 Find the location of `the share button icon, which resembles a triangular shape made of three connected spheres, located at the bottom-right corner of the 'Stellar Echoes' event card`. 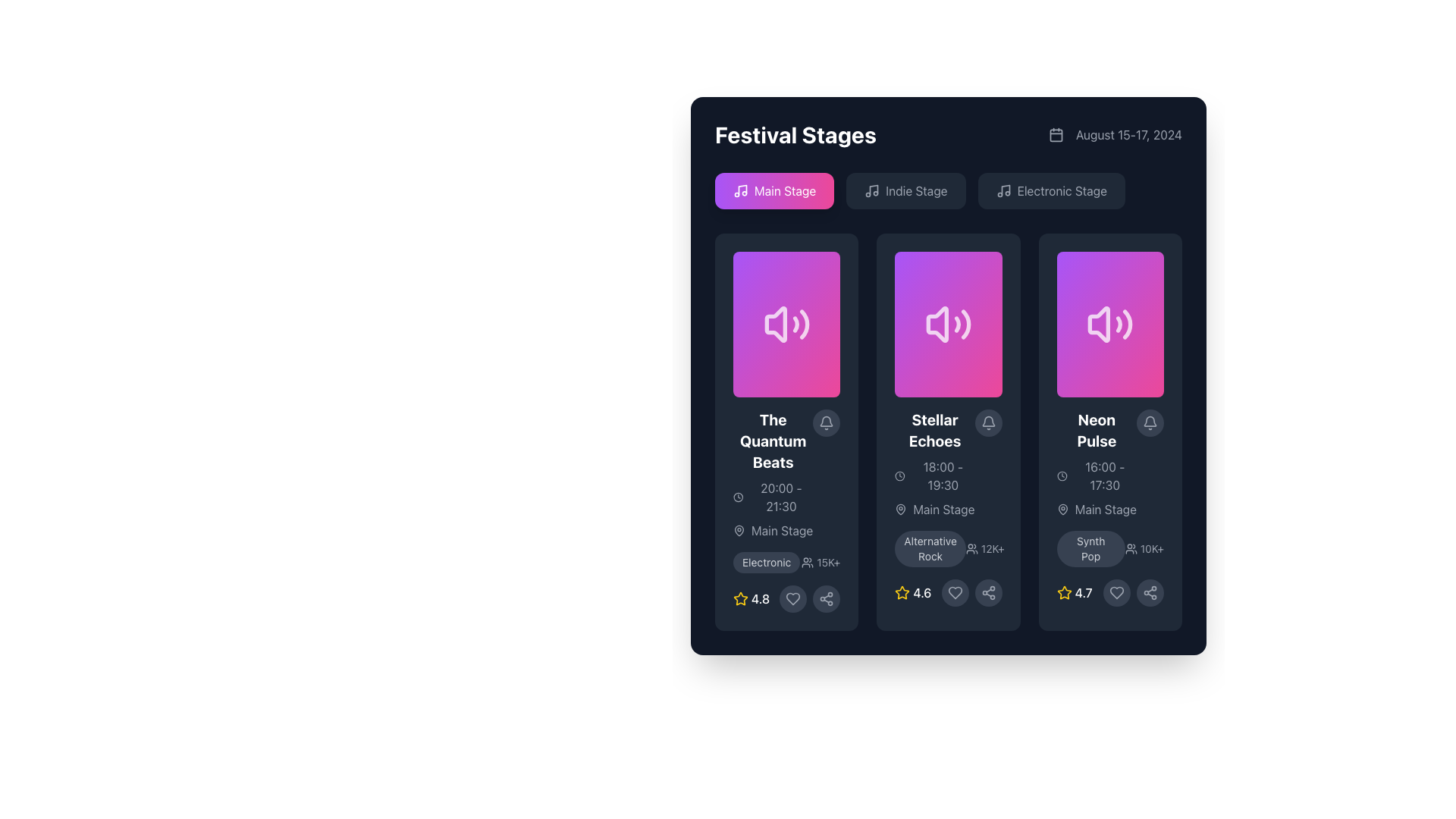

the share button icon, which resembles a triangular shape made of three connected spheres, located at the bottom-right corner of the 'Stellar Echoes' event card is located at coordinates (988, 592).